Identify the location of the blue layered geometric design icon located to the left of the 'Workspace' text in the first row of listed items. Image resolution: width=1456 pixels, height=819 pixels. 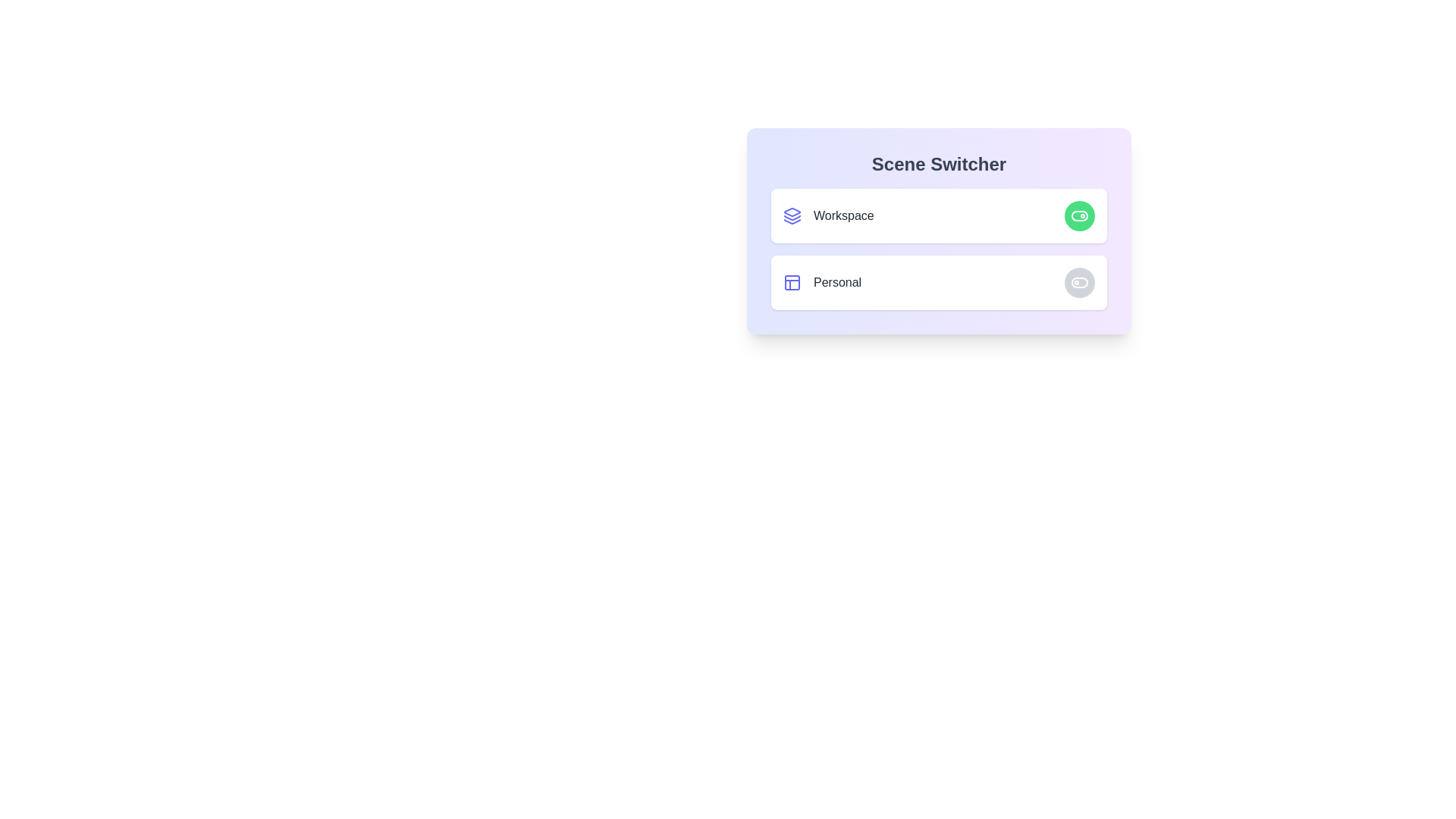
(792, 216).